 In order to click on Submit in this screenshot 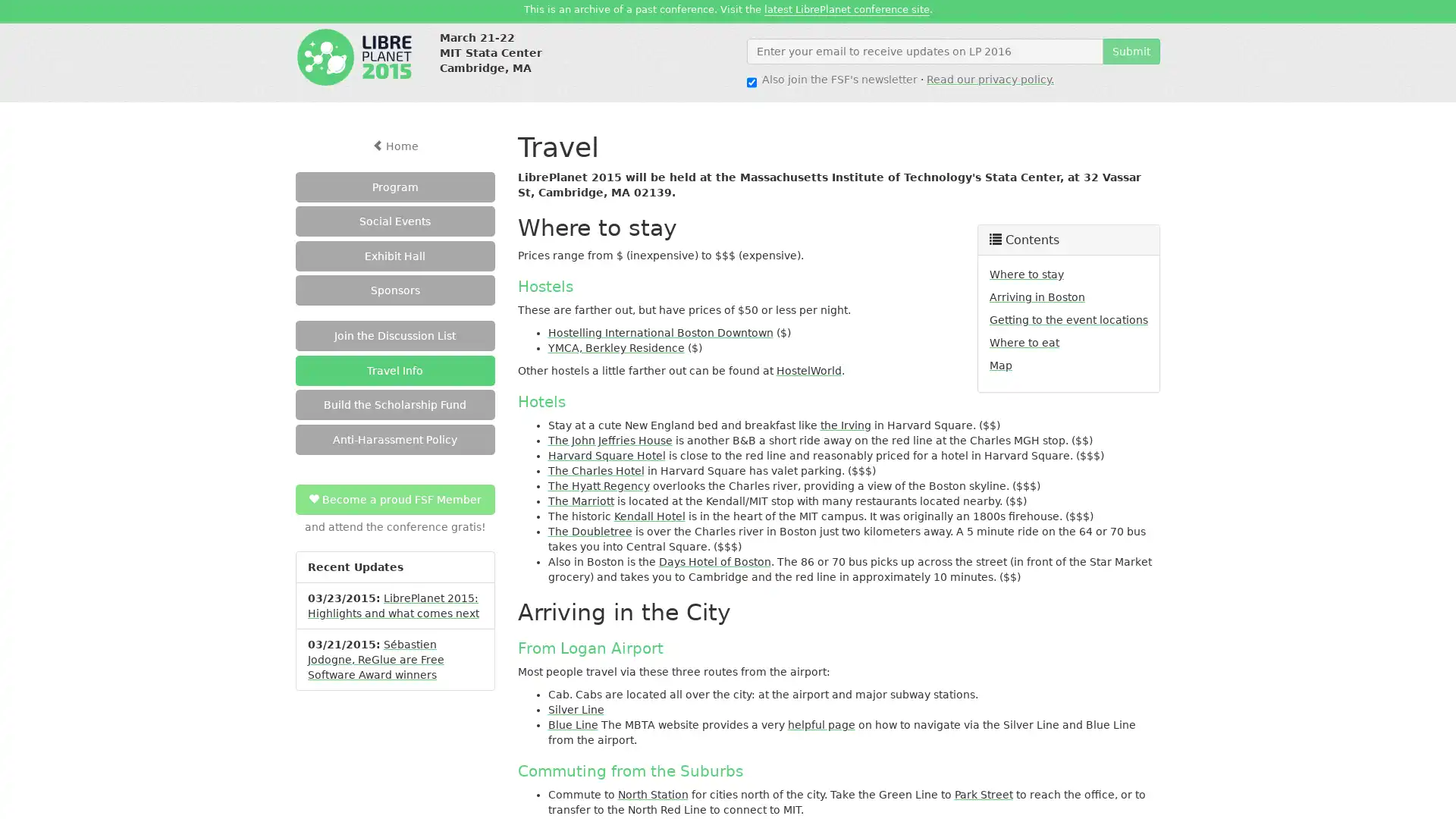, I will do `click(1131, 49)`.